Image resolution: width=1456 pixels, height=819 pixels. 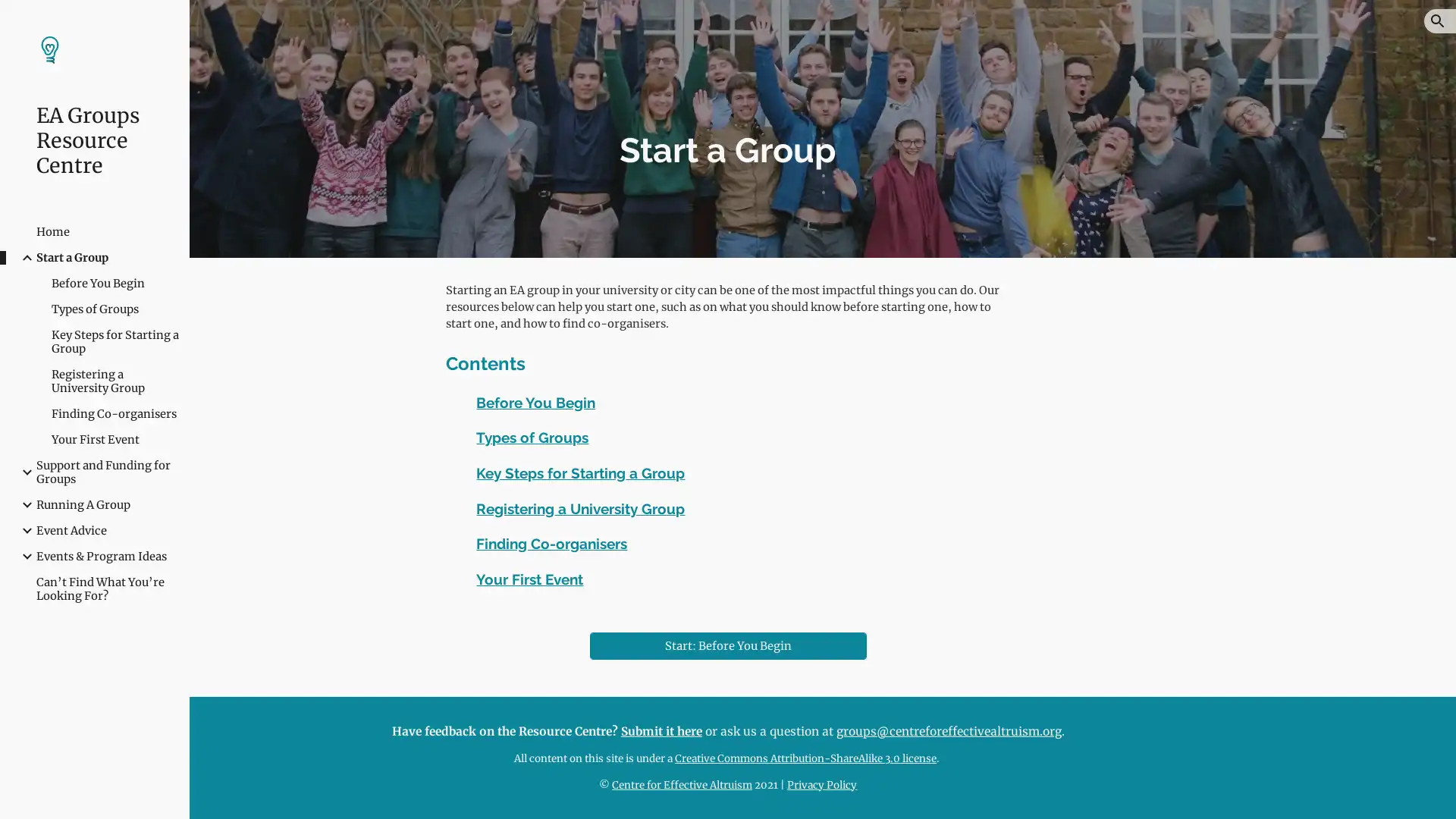 What do you see at coordinates (864, 28) in the screenshot?
I see `Skip to navigation` at bounding box center [864, 28].